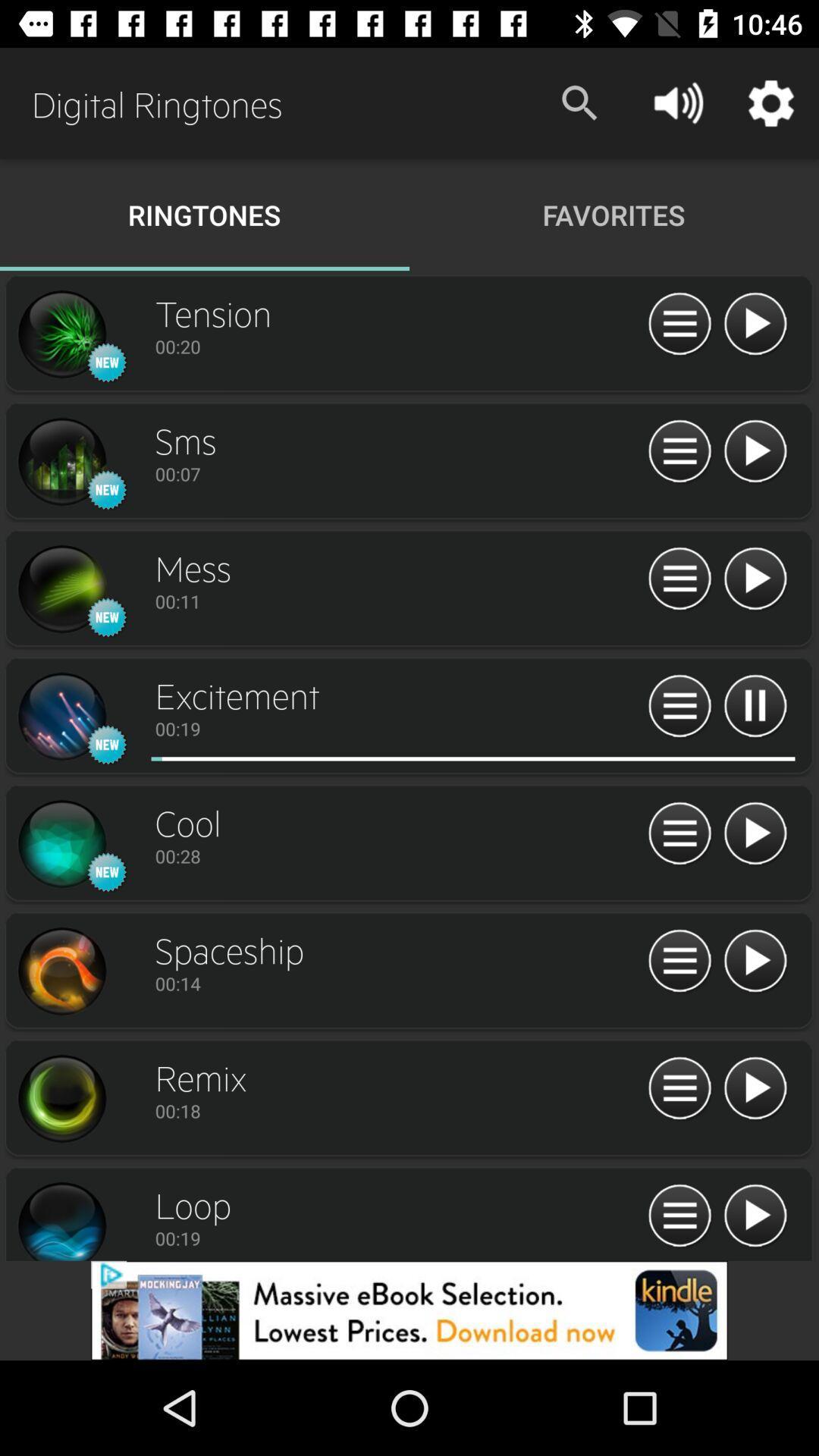  Describe the element at coordinates (61, 716) in the screenshot. I see `music search page` at that location.